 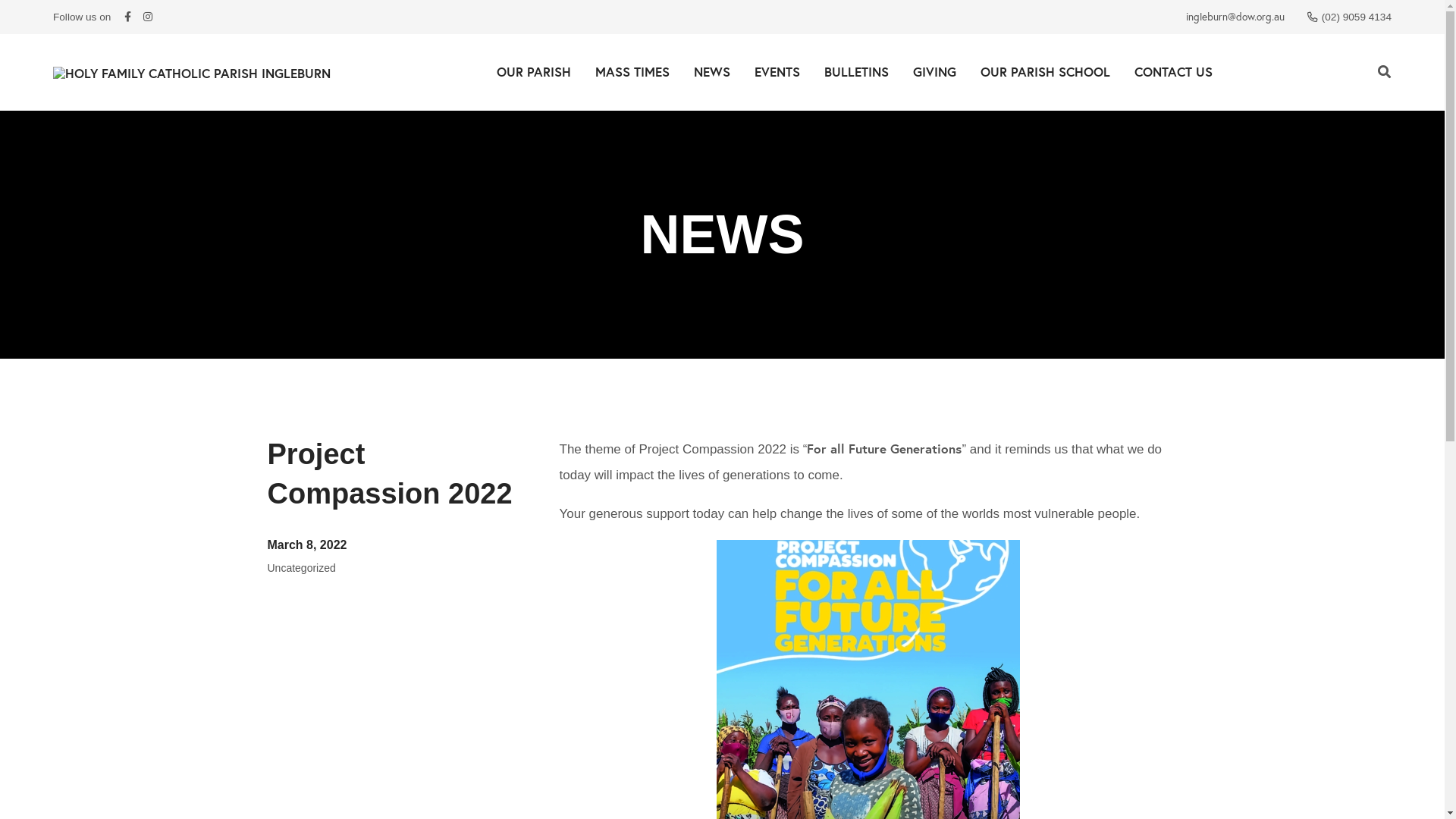 I want to click on 'GIVING', so click(x=934, y=71).